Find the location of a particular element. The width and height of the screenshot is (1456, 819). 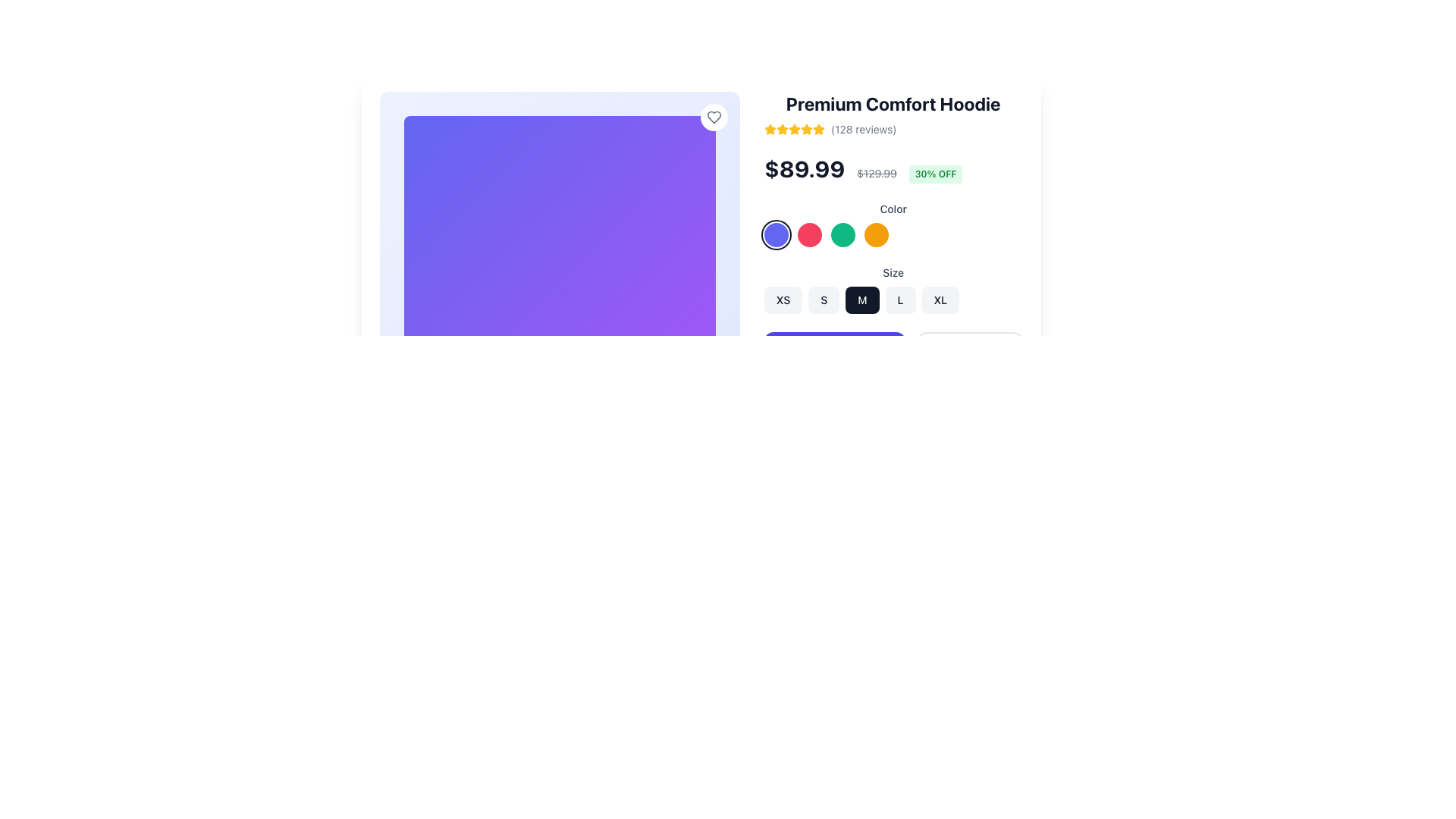

the last amber-yellow star icon in the rating component is located at coordinates (818, 128).